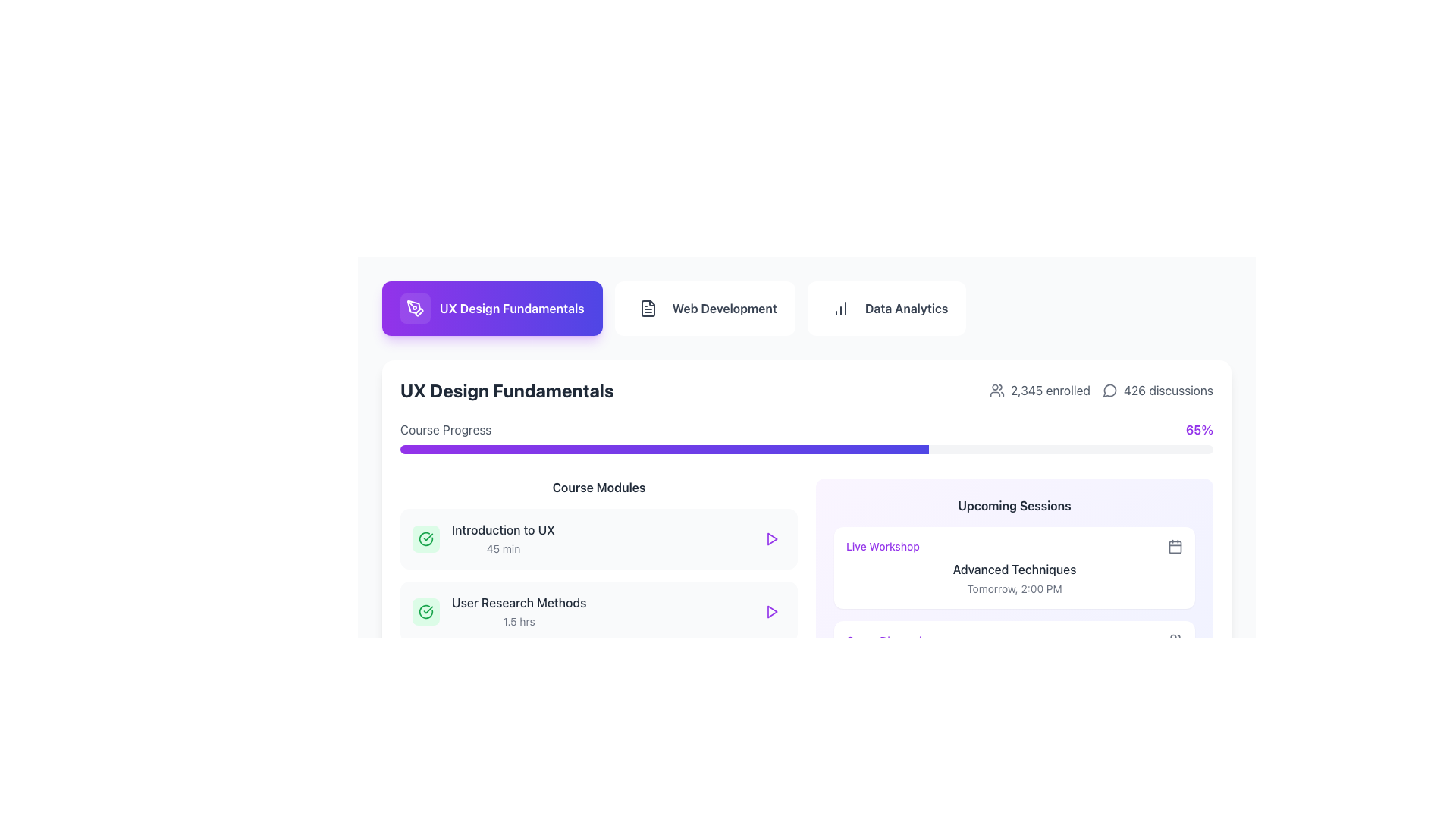  Describe the element at coordinates (1198, 430) in the screenshot. I see `the static text display that shows the current progress percentage of the course, located in the 'Course Progress' section, to the right of the 'Course Progress' label` at that location.